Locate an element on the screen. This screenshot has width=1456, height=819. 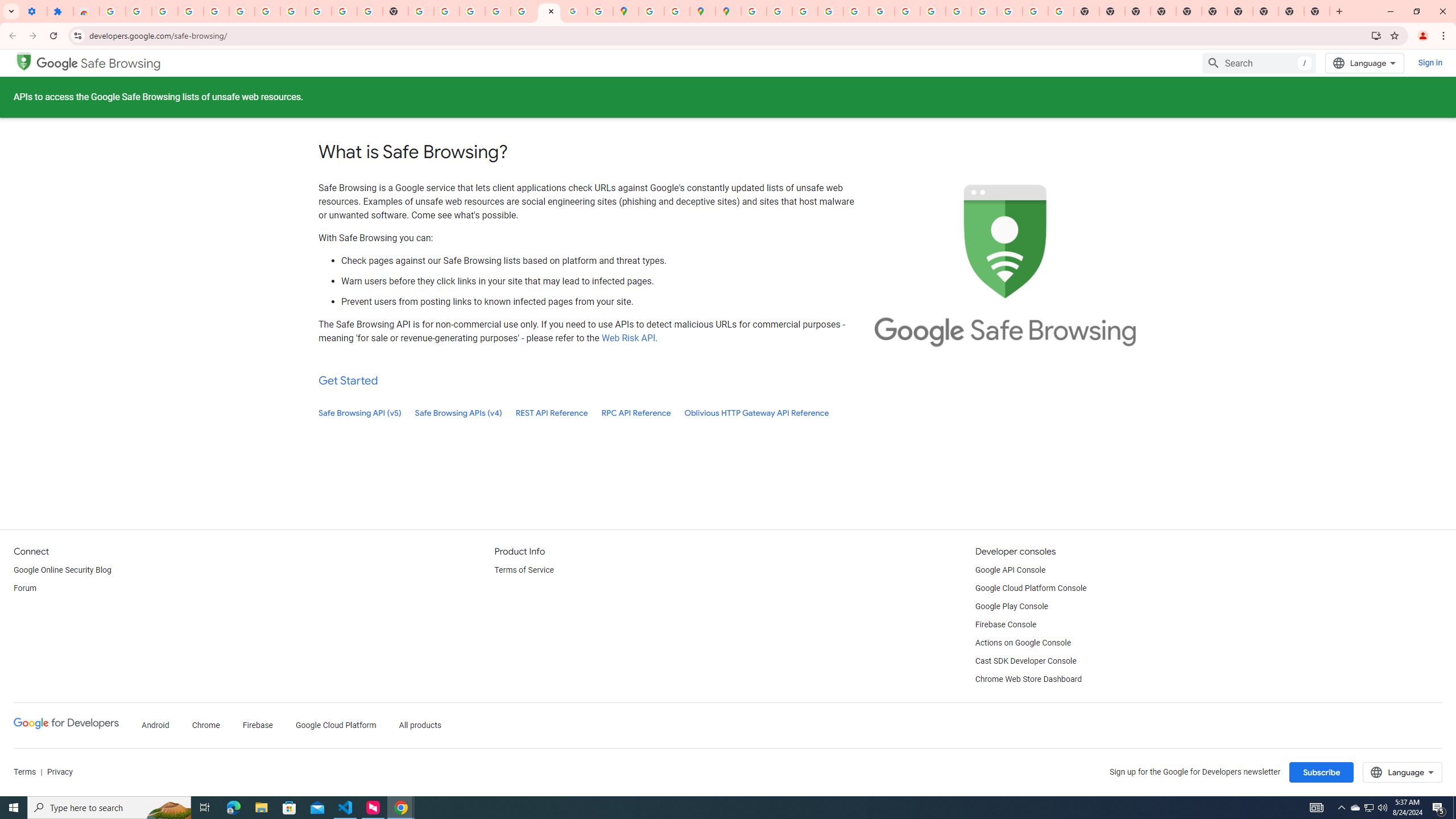
'https://scholar.google.com/' is located at coordinates (421, 11).